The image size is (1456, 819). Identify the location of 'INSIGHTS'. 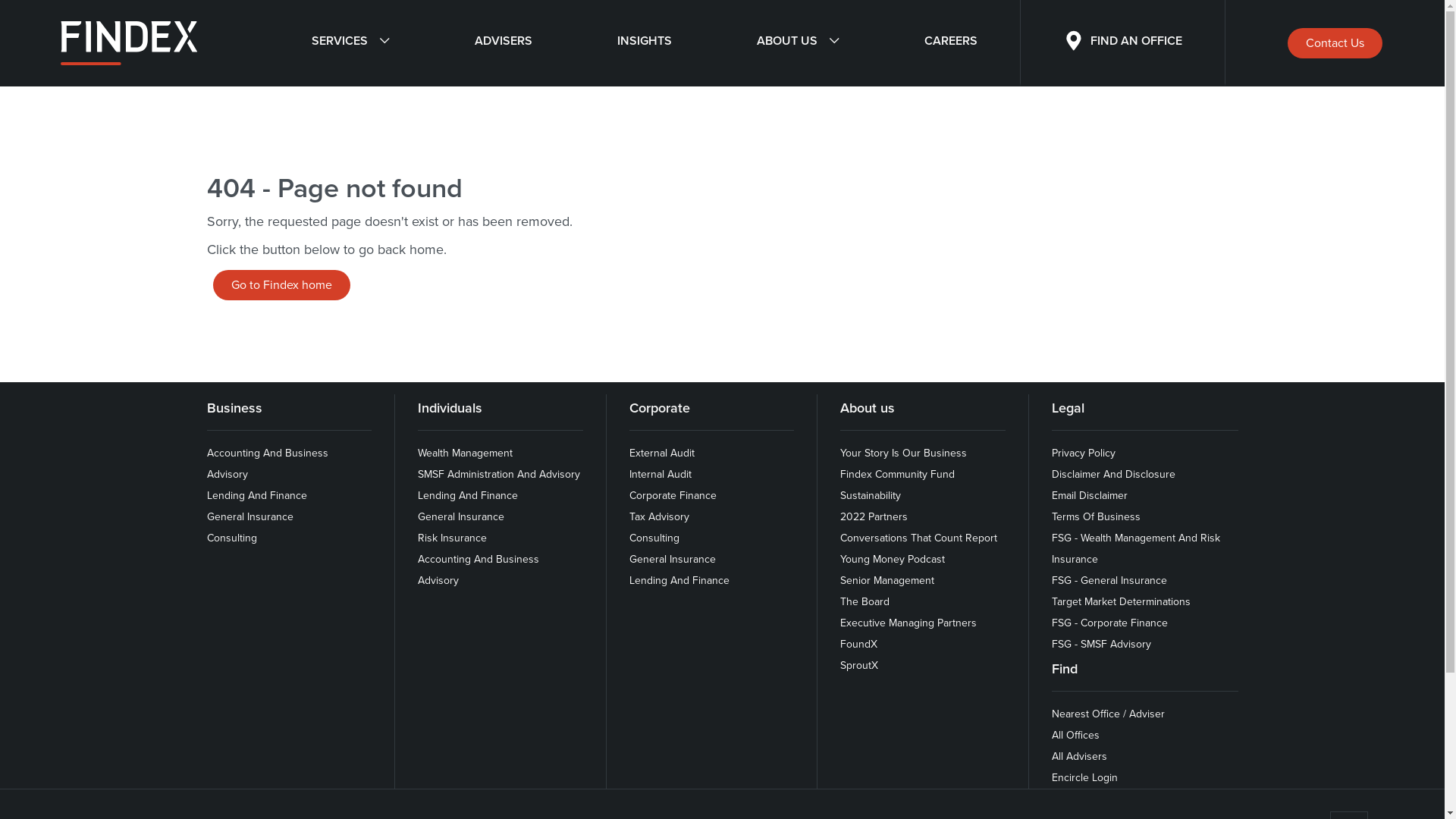
(574, 42).